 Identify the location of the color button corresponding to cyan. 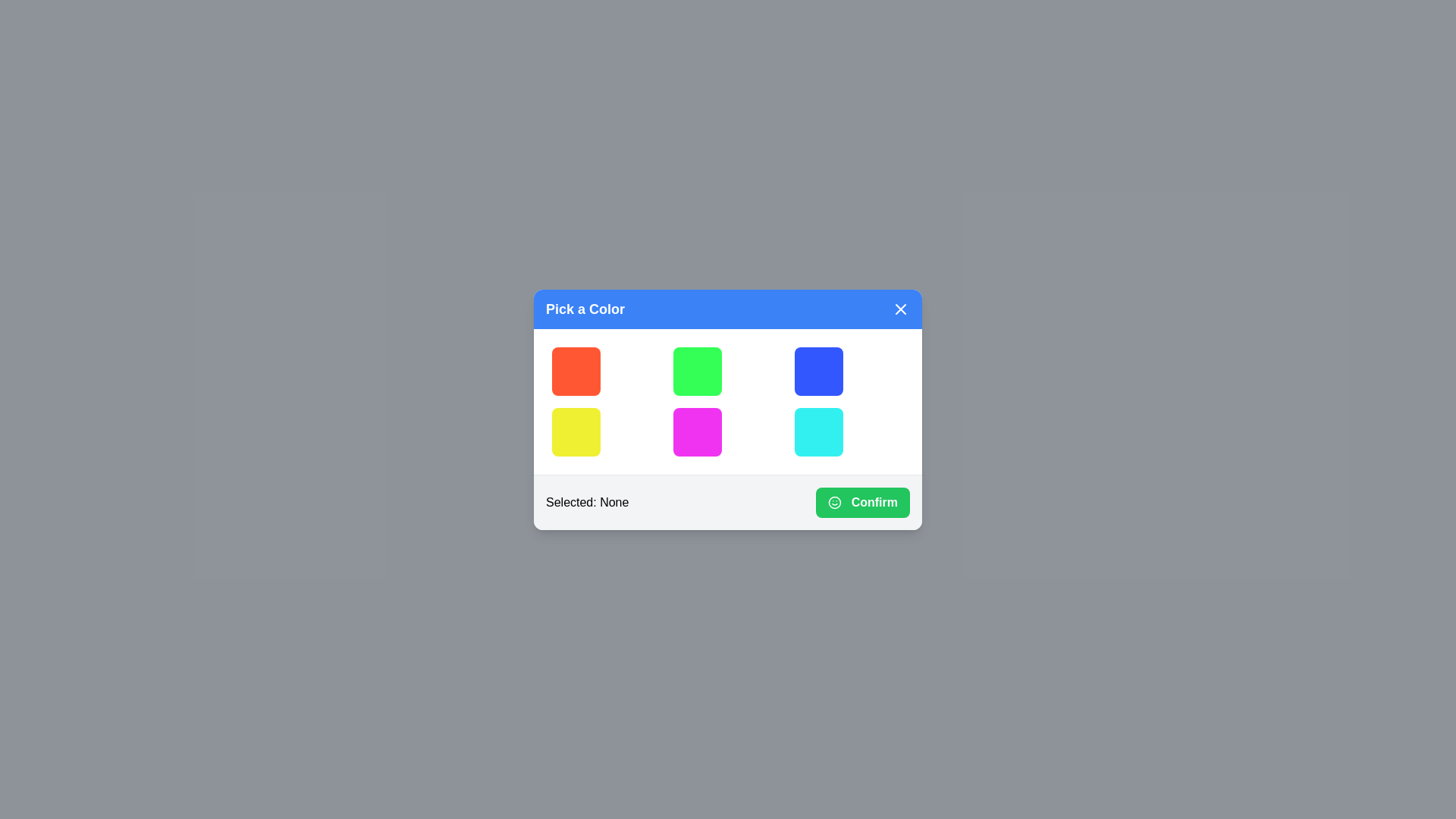
(818, 431).